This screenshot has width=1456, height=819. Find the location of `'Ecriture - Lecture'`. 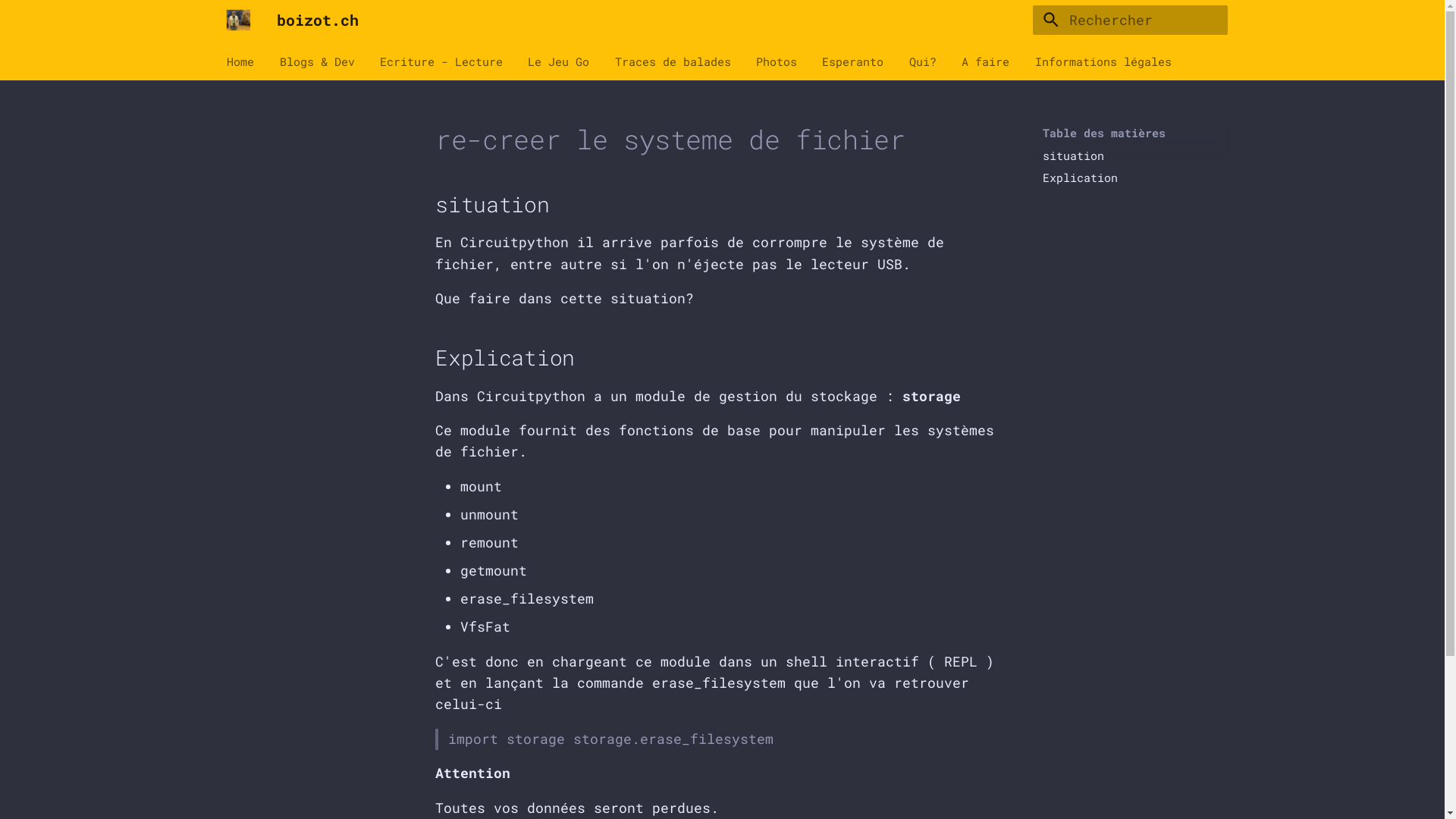

'Ecriture - Lecture' is located at coordinates (440, 60).